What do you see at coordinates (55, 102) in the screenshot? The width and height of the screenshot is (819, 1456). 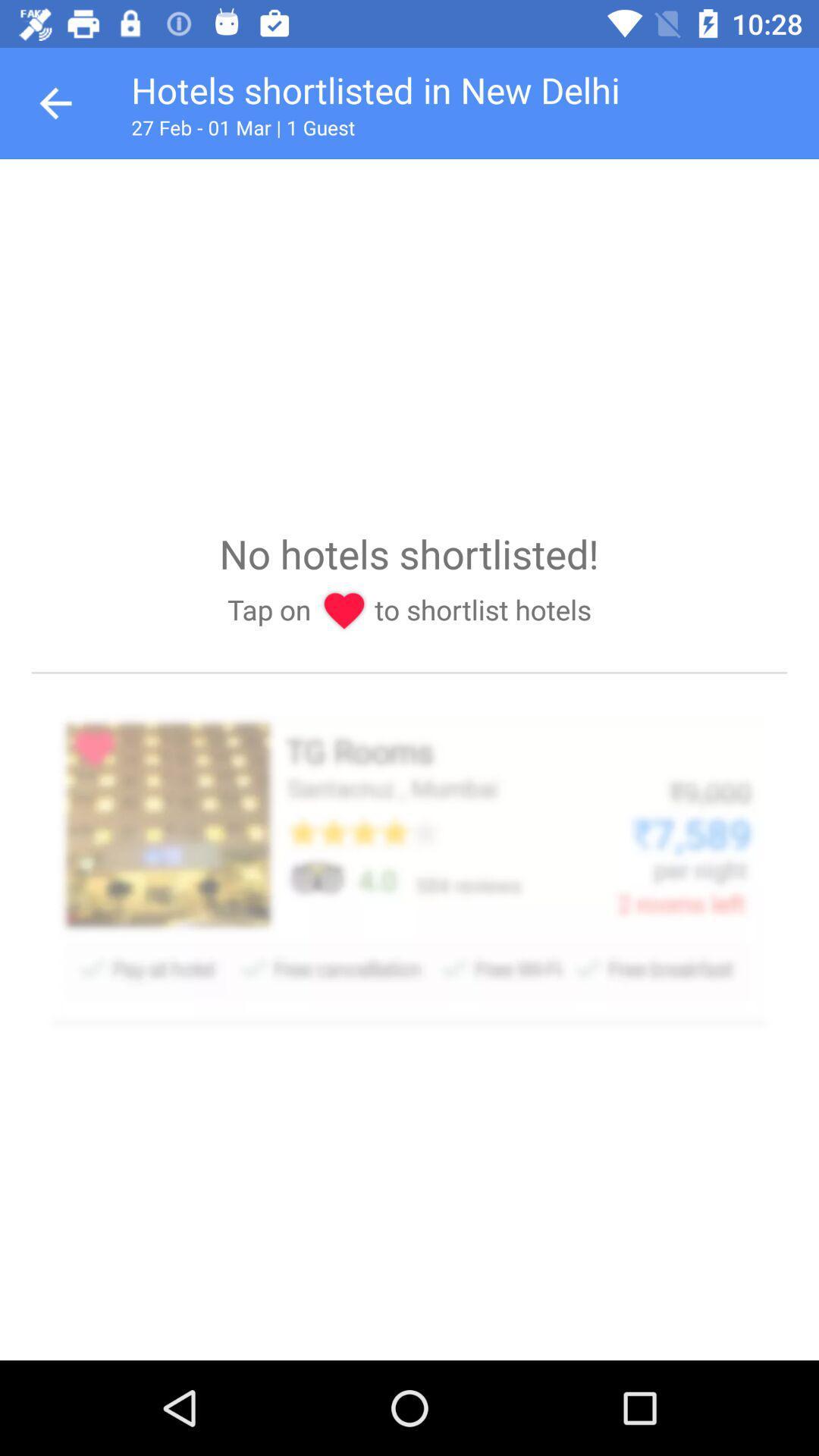 I see `icon to the left of the hotels shortlisted in icon` at bounding box center [55, 102].